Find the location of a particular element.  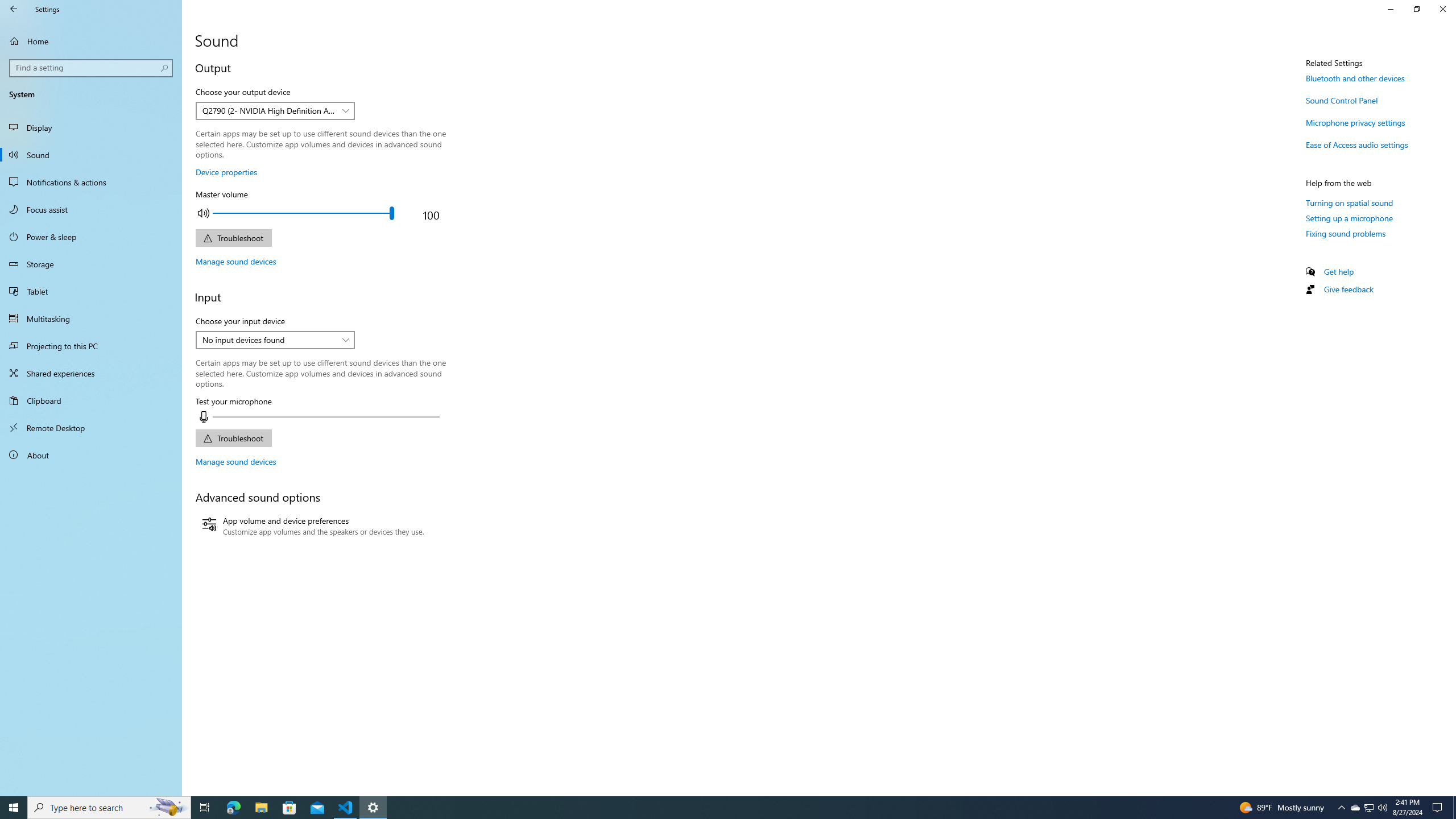

'Device properties' is located at coordinates (226, 172).